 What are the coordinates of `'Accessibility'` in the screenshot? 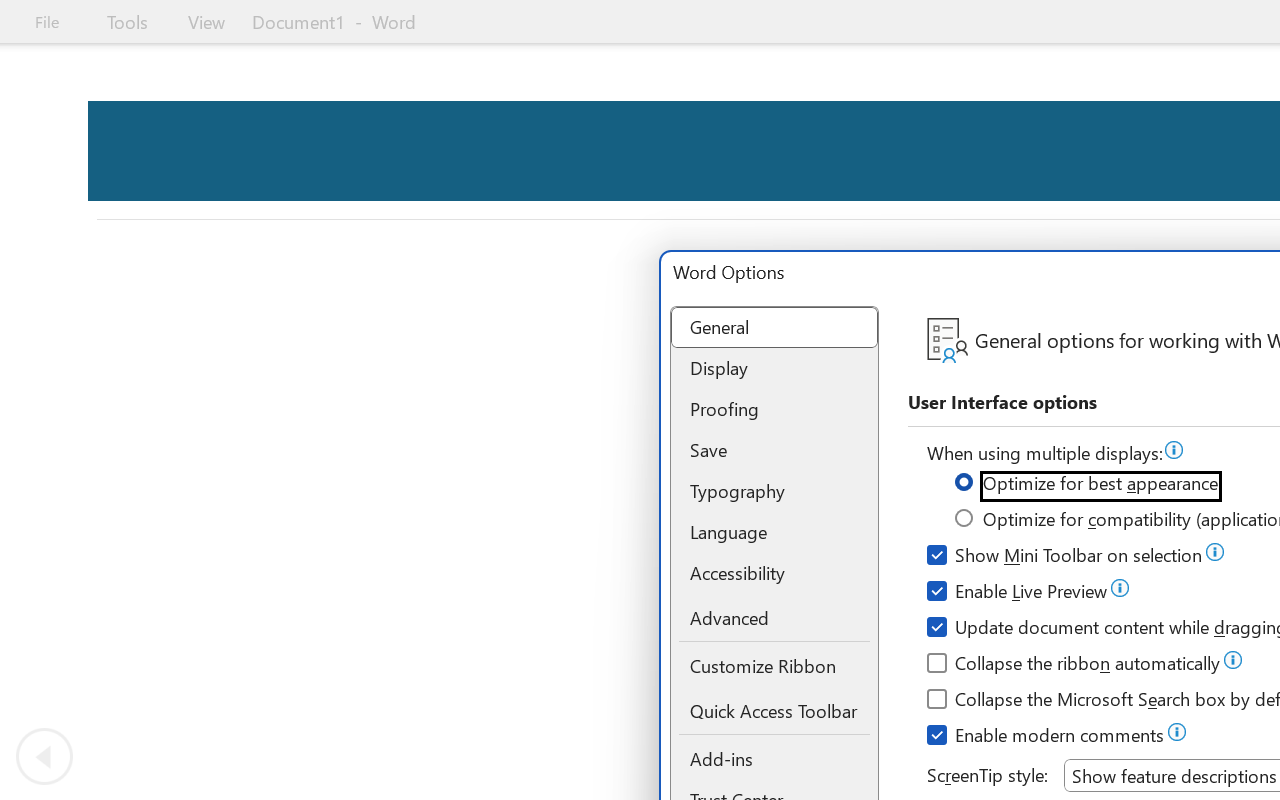 It's located at (773, 572).